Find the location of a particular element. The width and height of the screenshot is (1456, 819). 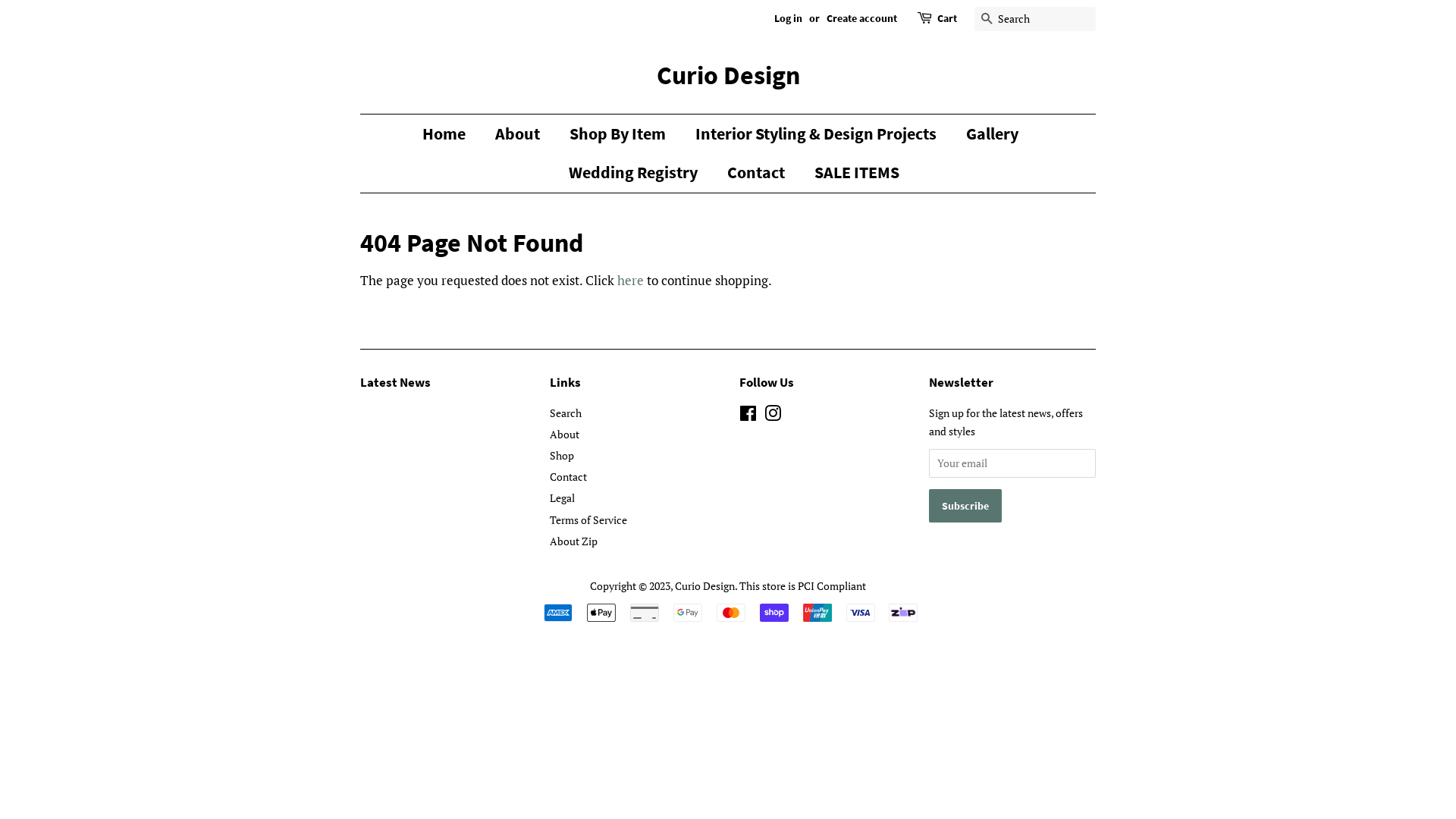

'Create account' is located at coordinates (861, 17).